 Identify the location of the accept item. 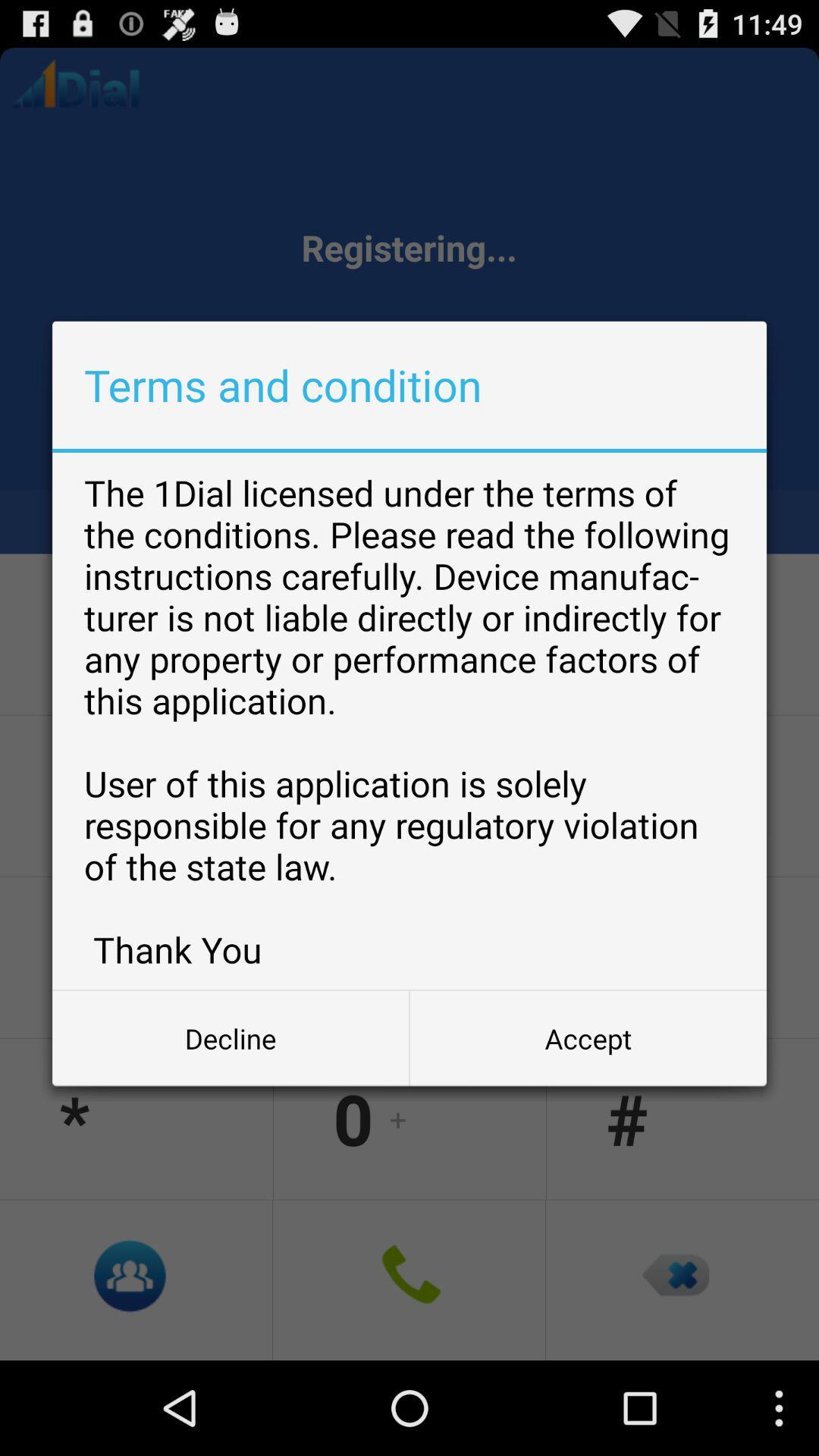
(587, 1037).